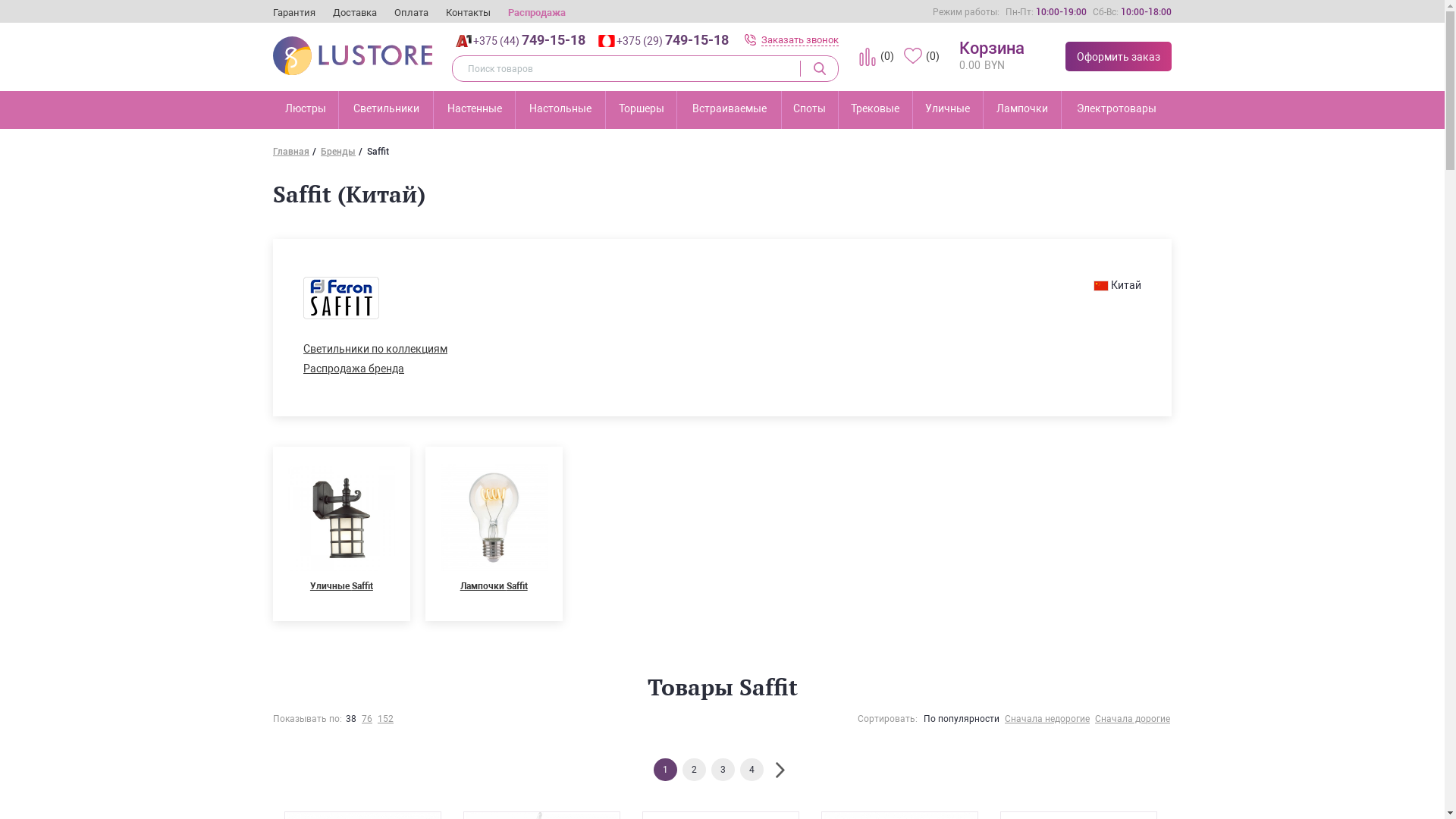 The image size is (1456, 819). I want to click on '76', so click(367, 718).